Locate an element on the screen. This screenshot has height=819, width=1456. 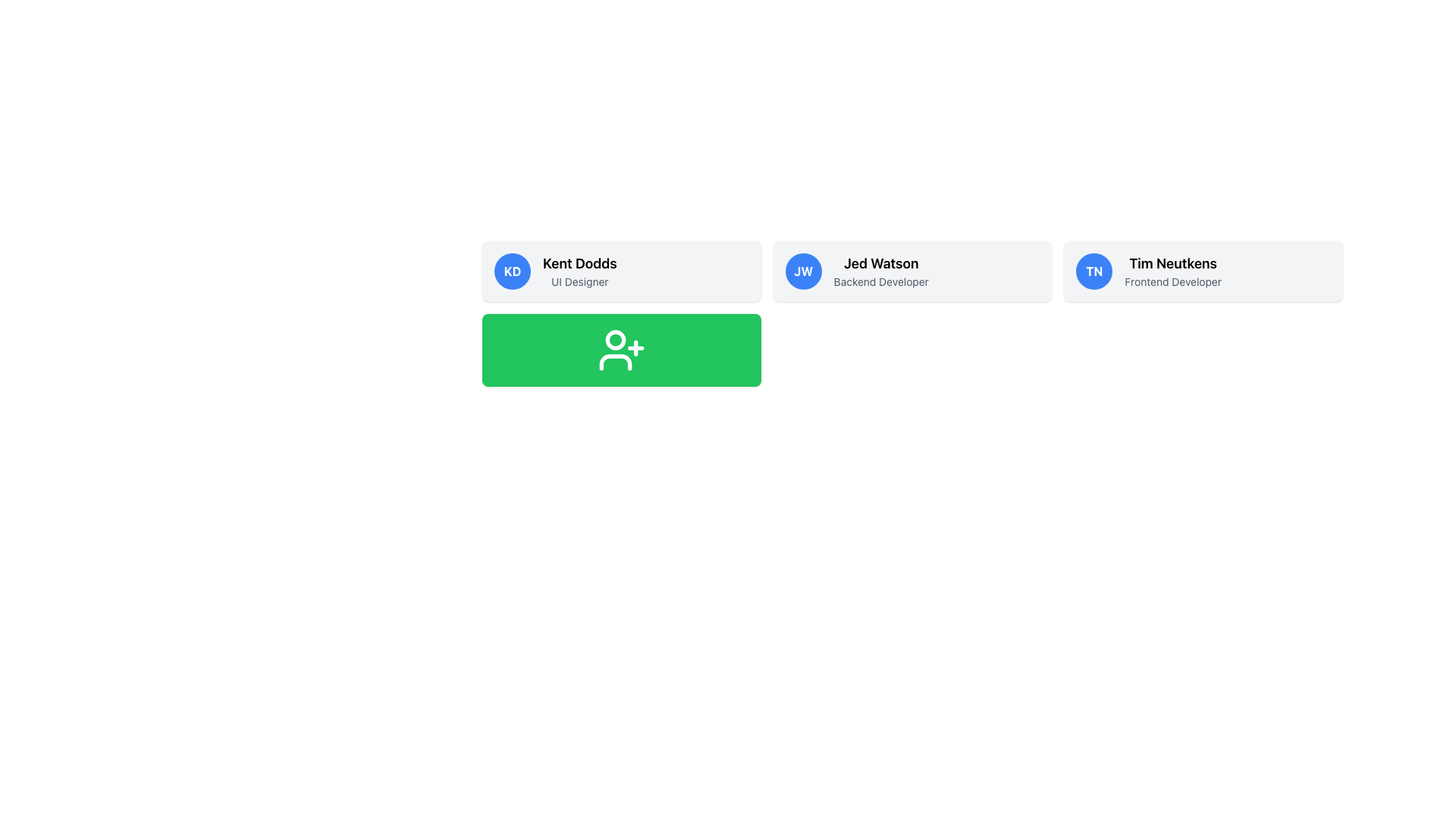
the small white circle located in the upper left region of the SVG icon, which is part of a green rectangular button centered below three user information cards is located at coordinates (615, 339).